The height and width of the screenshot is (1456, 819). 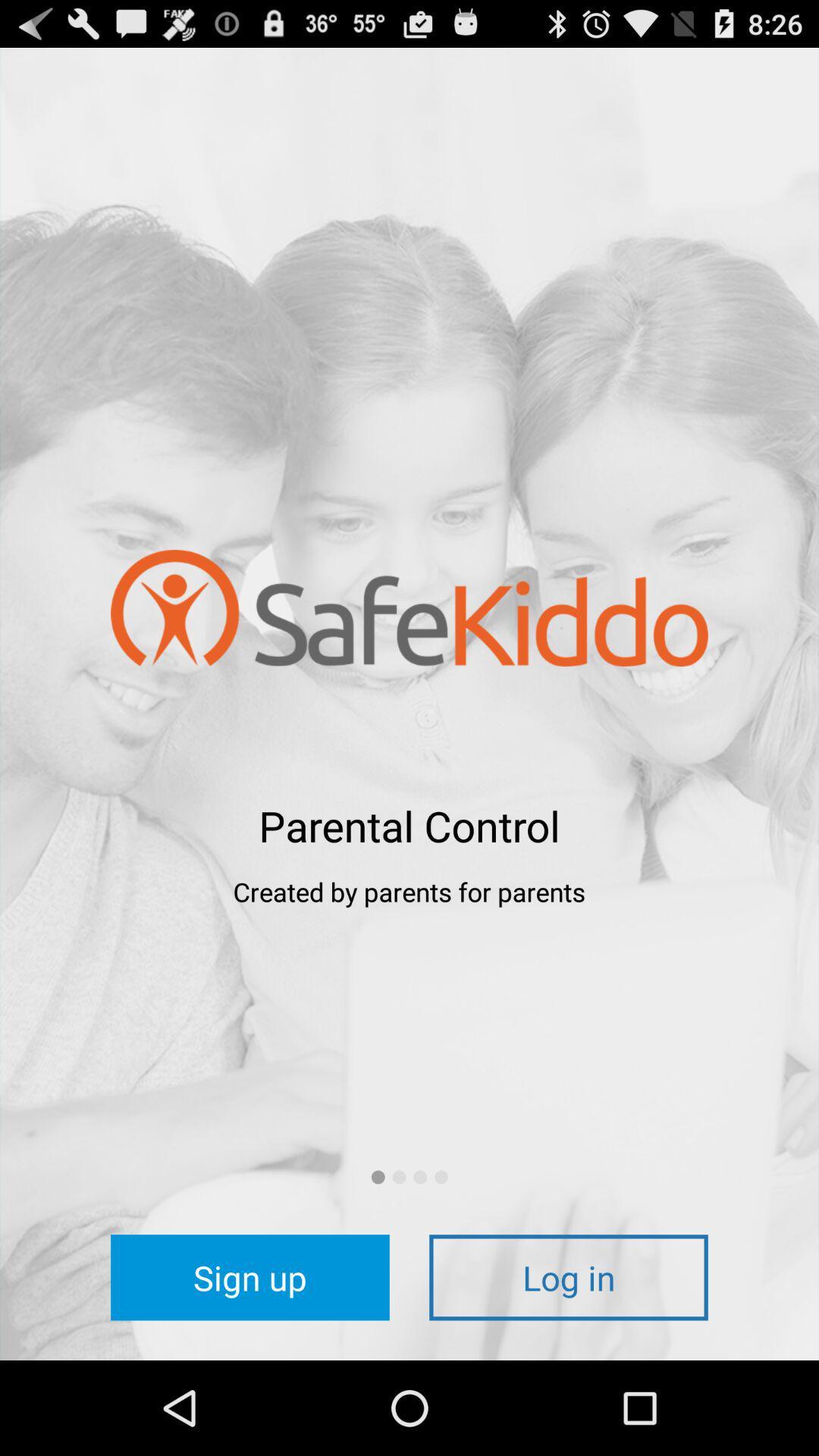 What do you see at coordinates (568, 1276) in the screenshot?
I see `log in` at bounding box center [568, 1276].